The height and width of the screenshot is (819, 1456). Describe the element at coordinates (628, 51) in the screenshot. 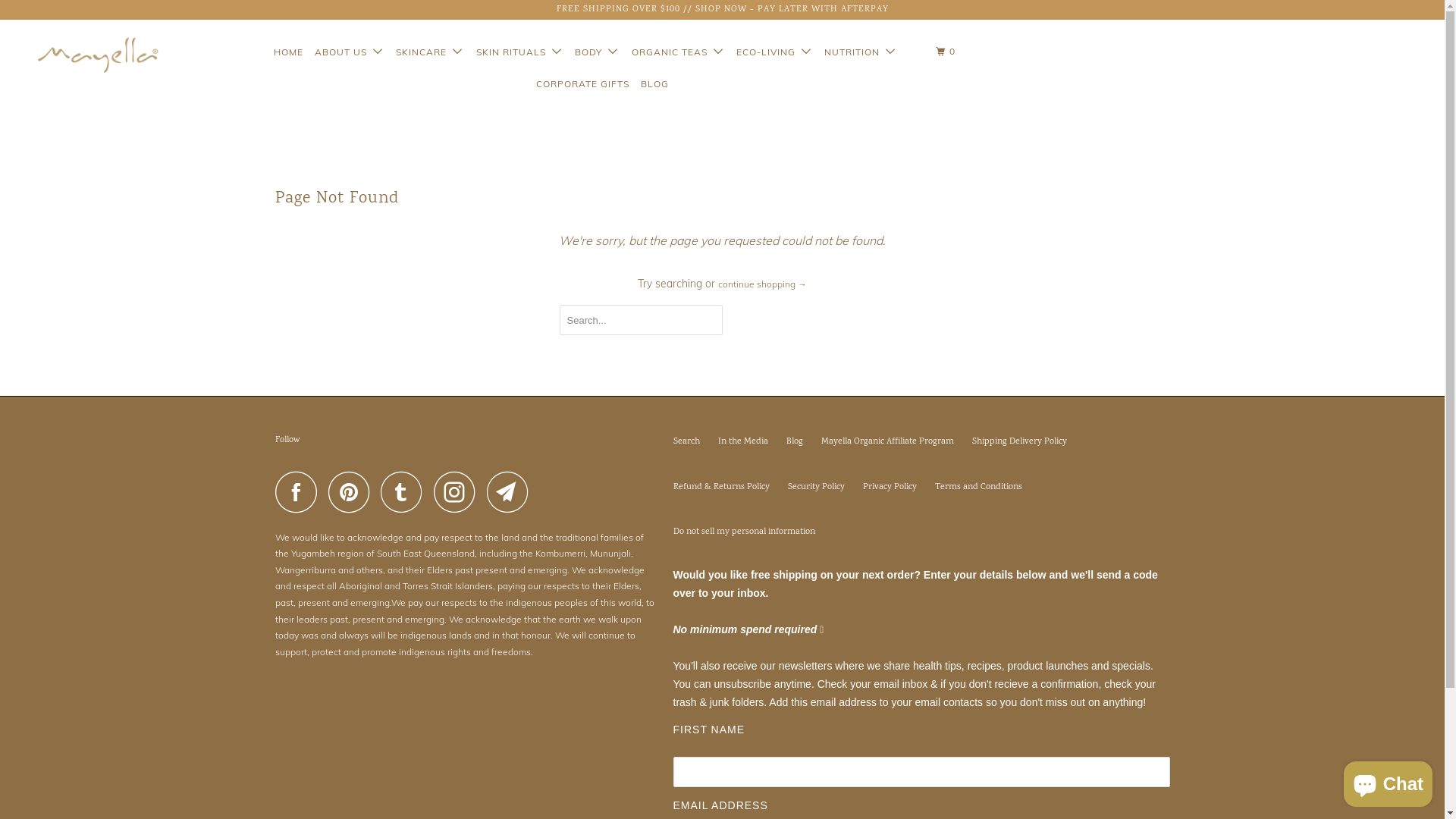

I see `'ORGANIC TEAS  '` at that location.